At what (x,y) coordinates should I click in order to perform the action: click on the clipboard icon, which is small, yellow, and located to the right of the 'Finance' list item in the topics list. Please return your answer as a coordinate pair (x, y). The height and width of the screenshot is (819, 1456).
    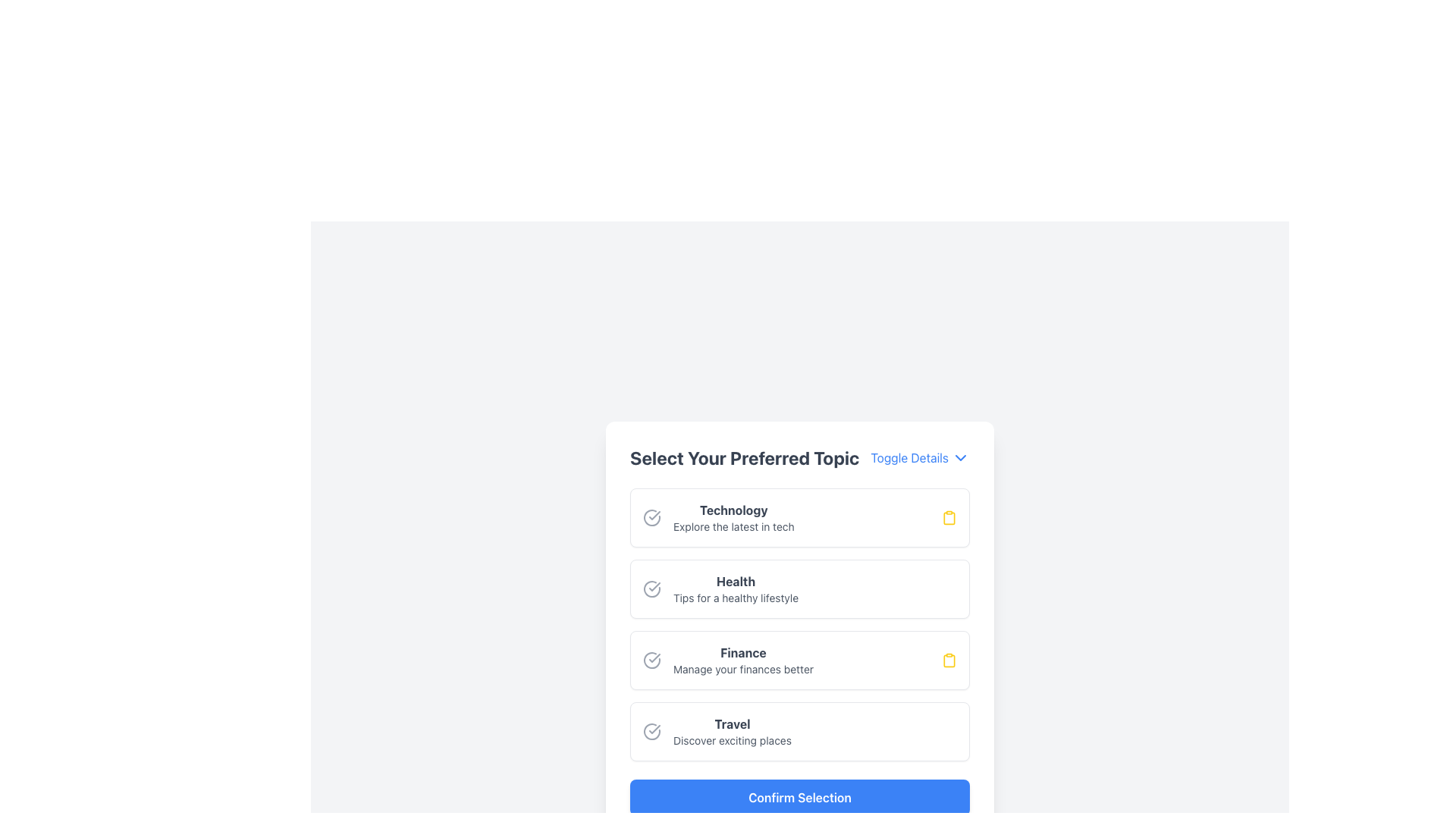
    Looking at the image, I should click on (949, 660).